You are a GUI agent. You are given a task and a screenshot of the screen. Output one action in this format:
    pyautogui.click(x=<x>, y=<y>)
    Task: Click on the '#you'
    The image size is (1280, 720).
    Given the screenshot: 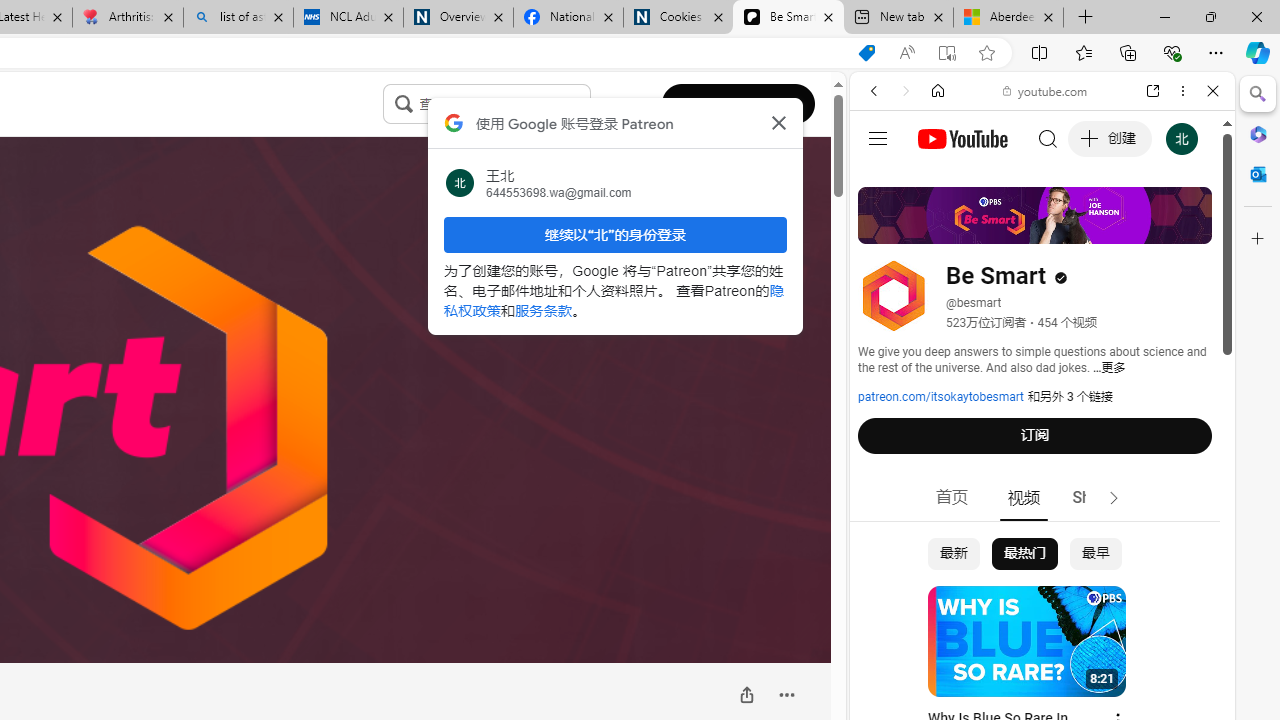 What is the action you would take?
    pyautogui.click(x=1041, y=445)
    